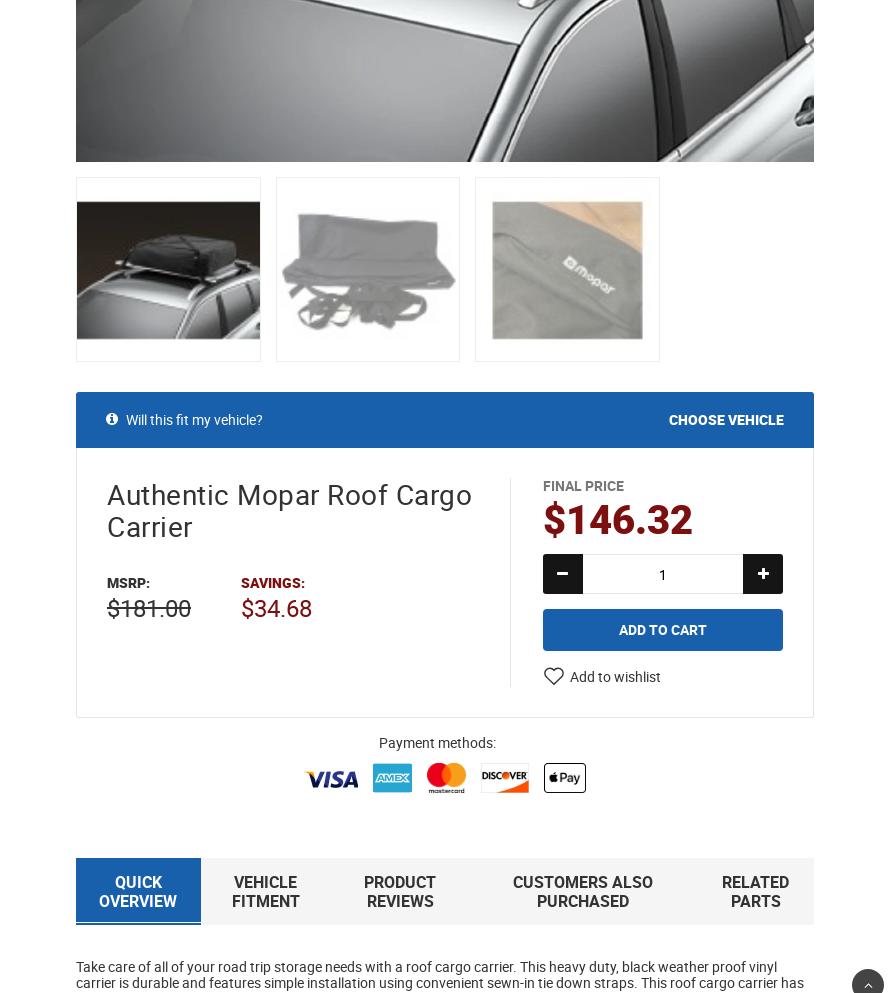 This screenshot has height=993, width=890. Describe the element at coordinates (567, 675) in the screenshot. I see `'Add to wishlist'` at that location.